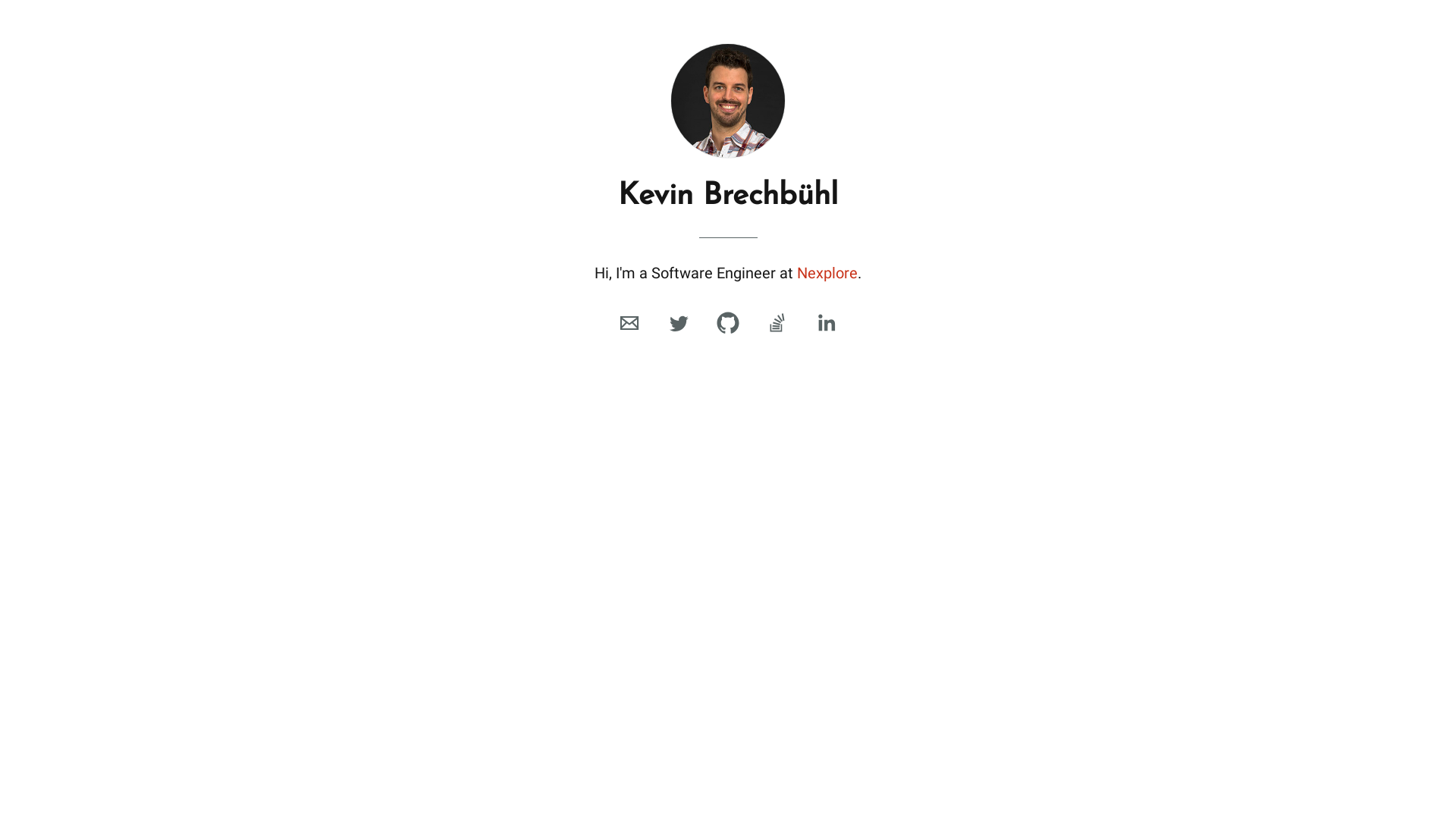  Describe the element at coordinates (663, 322) in the screenshot. I see `'Twitter'` at that location.